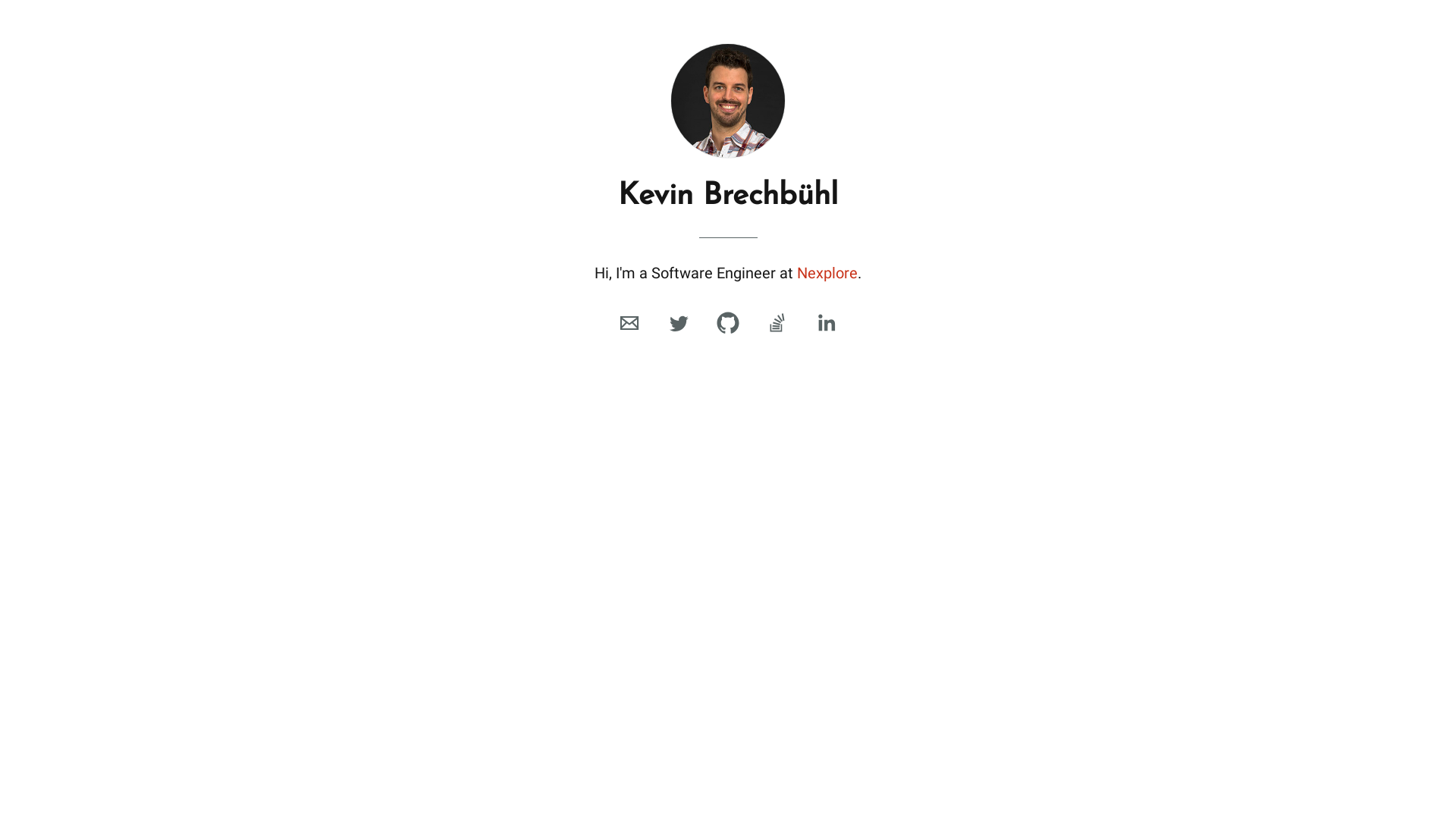  Describe the element at coordinates (663, 322) in the screenshot. I see `'Twitter'` at that location.